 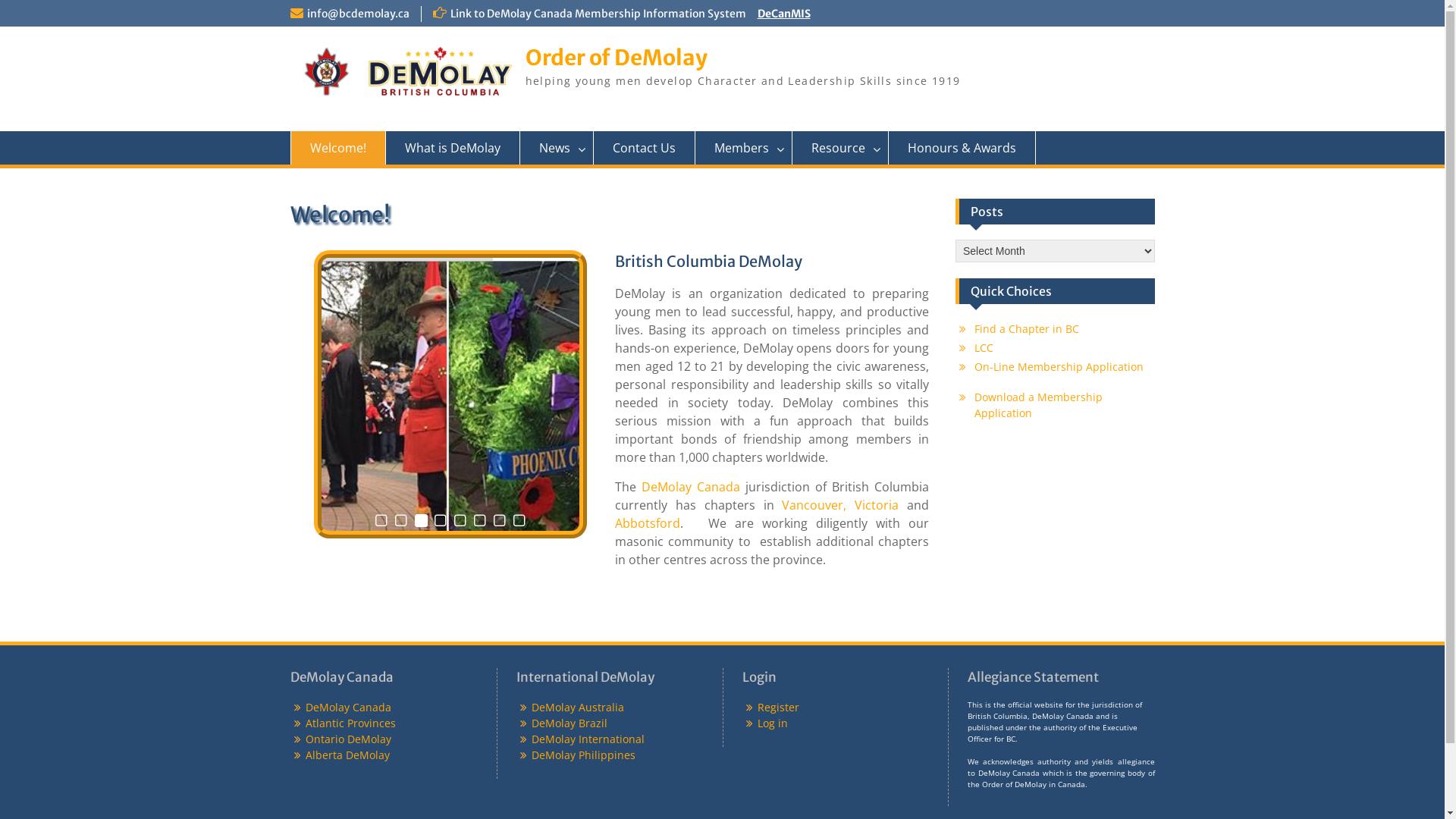 What do you see at coordinates (524, 57) in the screenshot?
I see `'Order of DeMolay'` at bounding box center [524, 57].